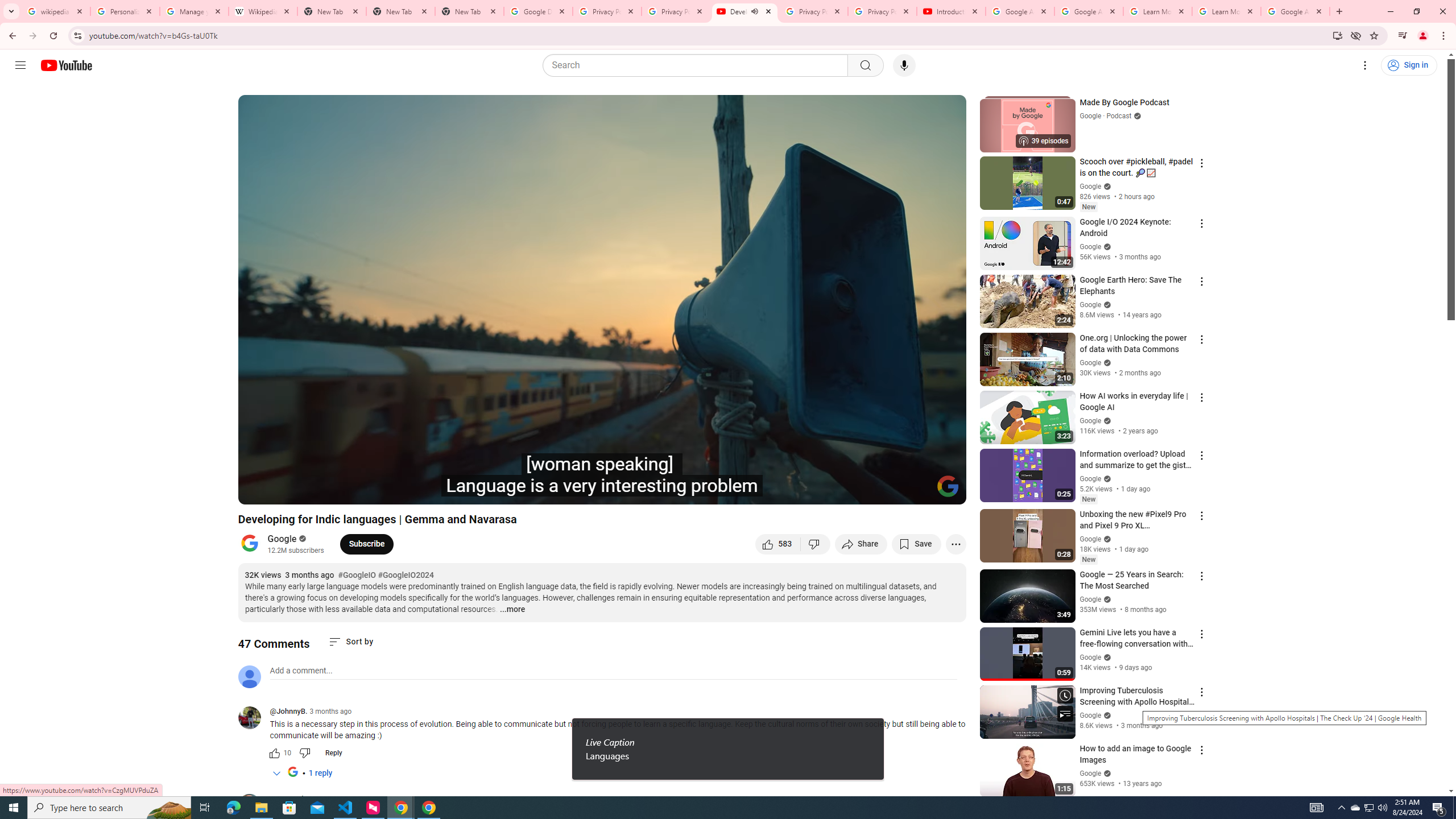 The image size is (1456, 819). Describe the element at coordinates (916, 543) in the screenshot. I see `'Save to playlist'` at that location.